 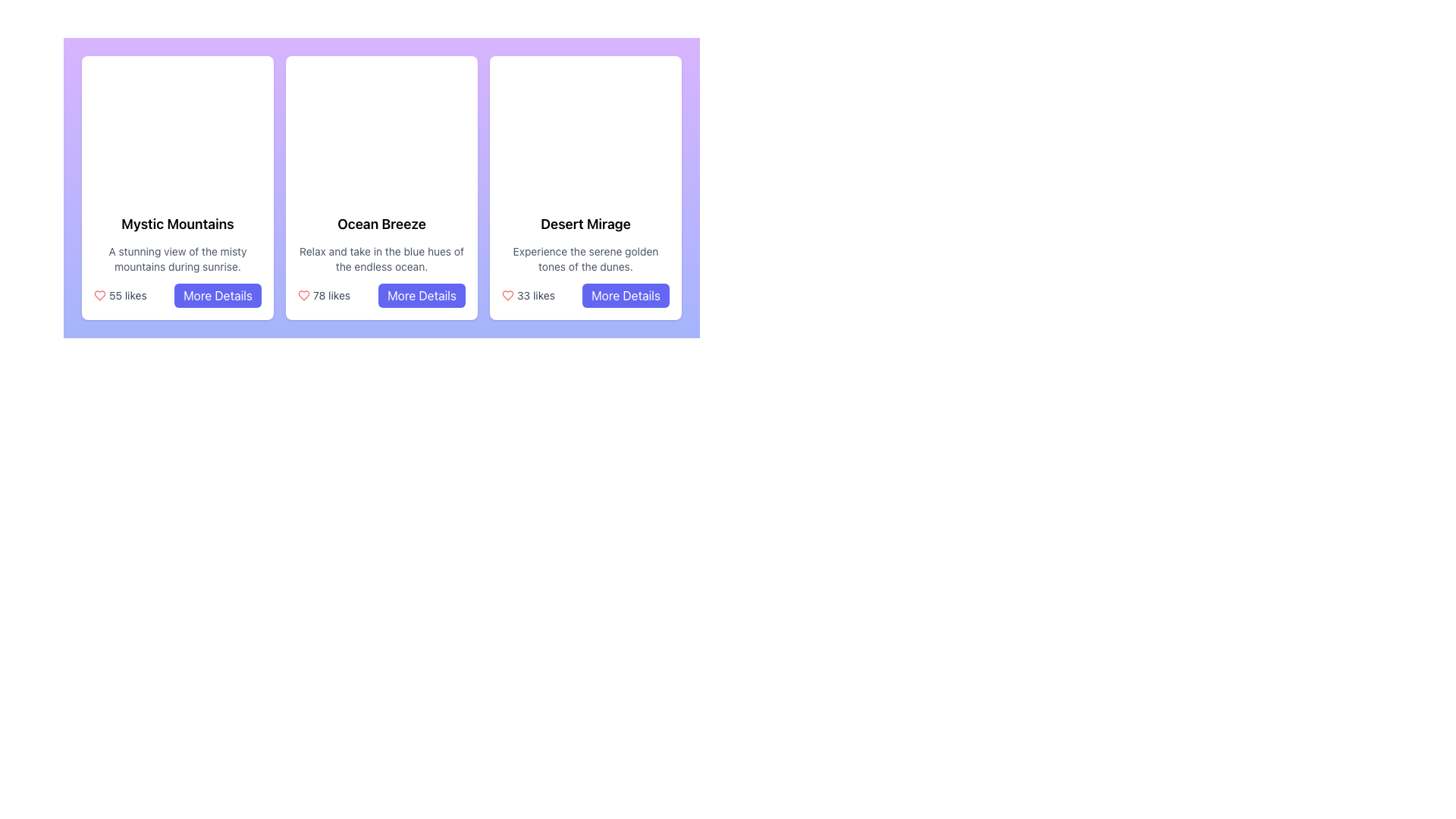 I want to click on the 'More Details' button with a blue background and white text located under the '78 likes' text in the middle card titled 'Ocean Breeze', so click(x=422, y=295).